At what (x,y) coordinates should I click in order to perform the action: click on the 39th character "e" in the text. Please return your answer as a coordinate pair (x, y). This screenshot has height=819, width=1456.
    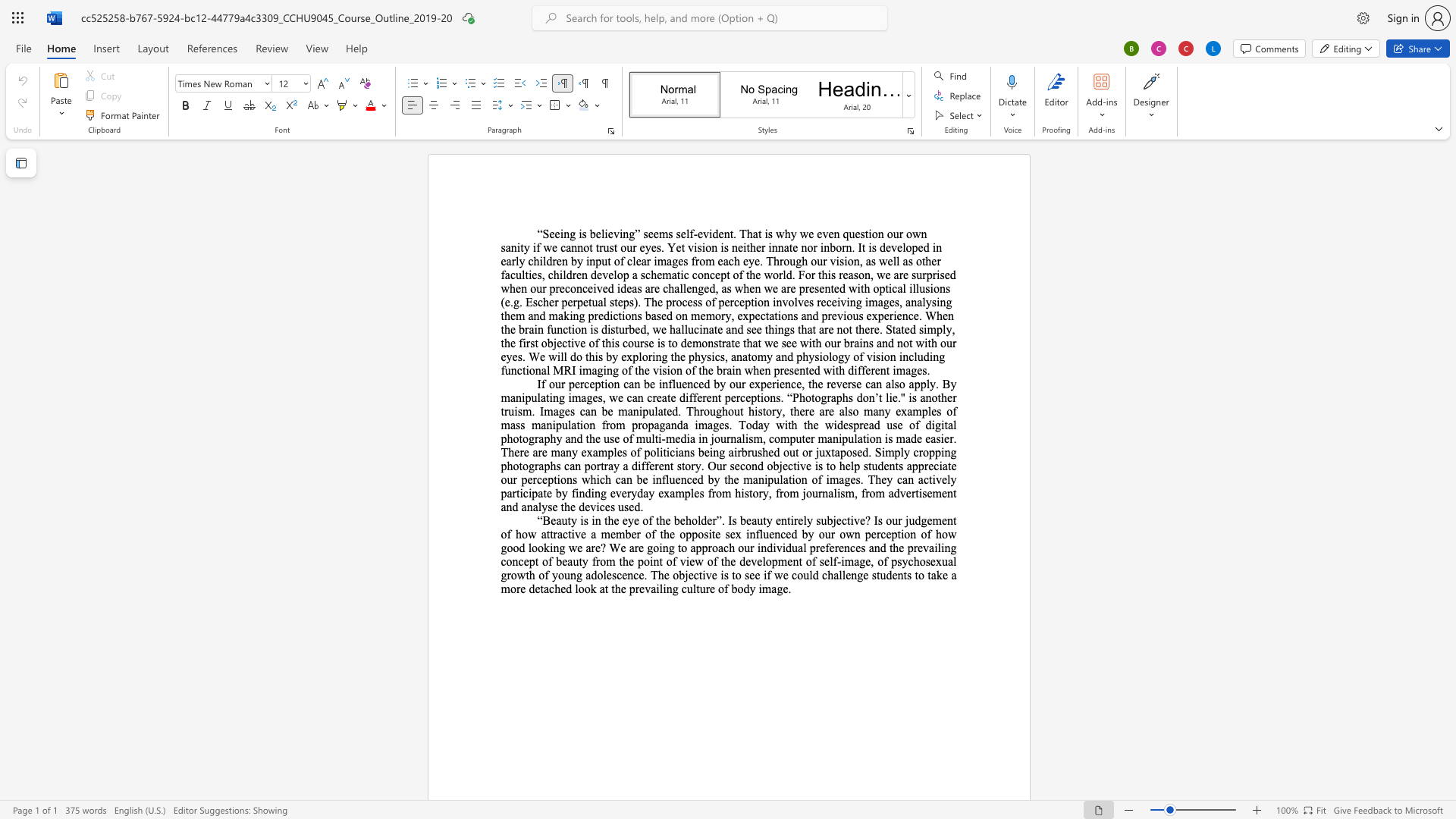
    Looking at the image, I should click on (758, 275).